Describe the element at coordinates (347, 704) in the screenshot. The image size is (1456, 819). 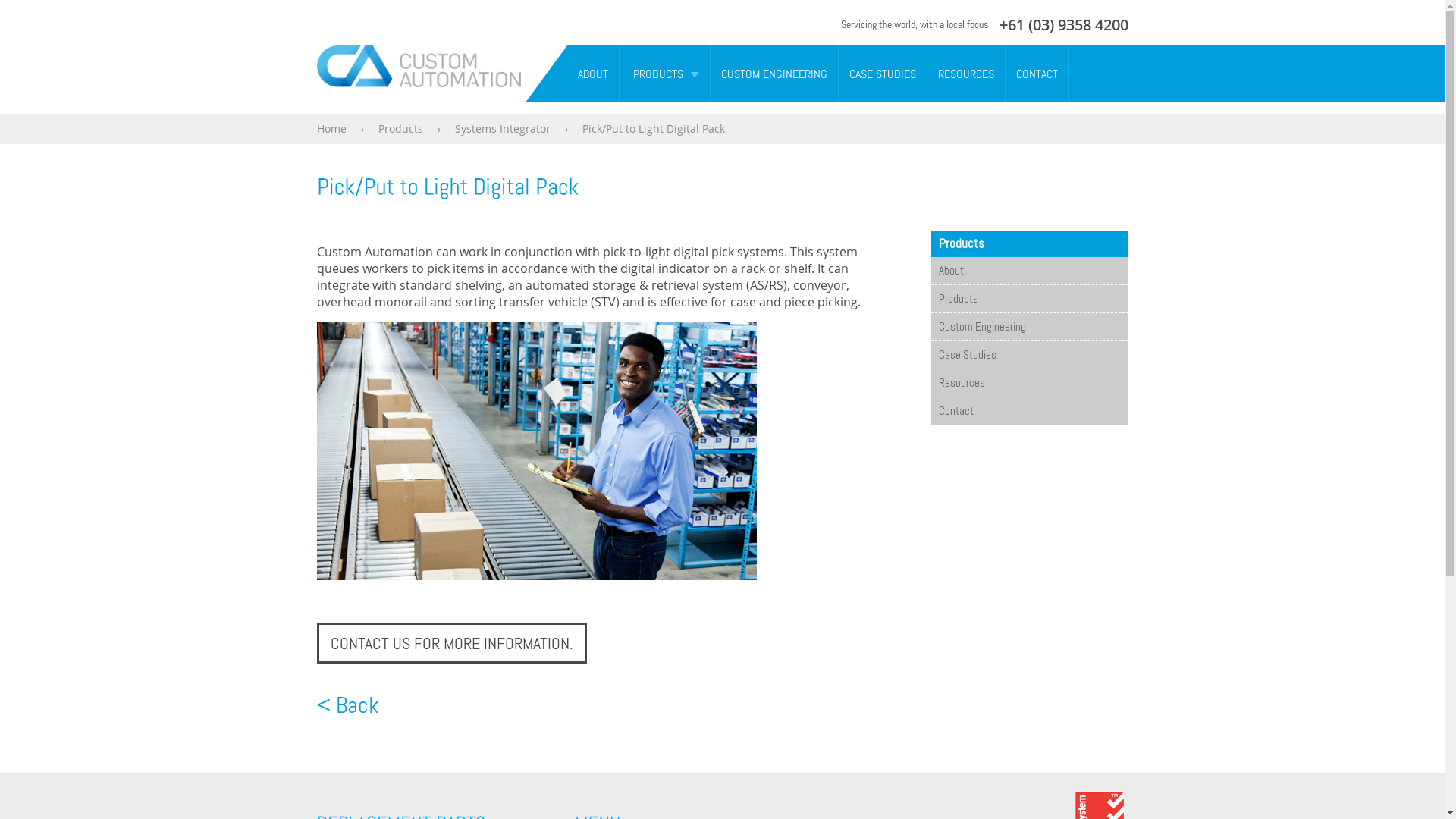
I see `'< Back'` at that location.